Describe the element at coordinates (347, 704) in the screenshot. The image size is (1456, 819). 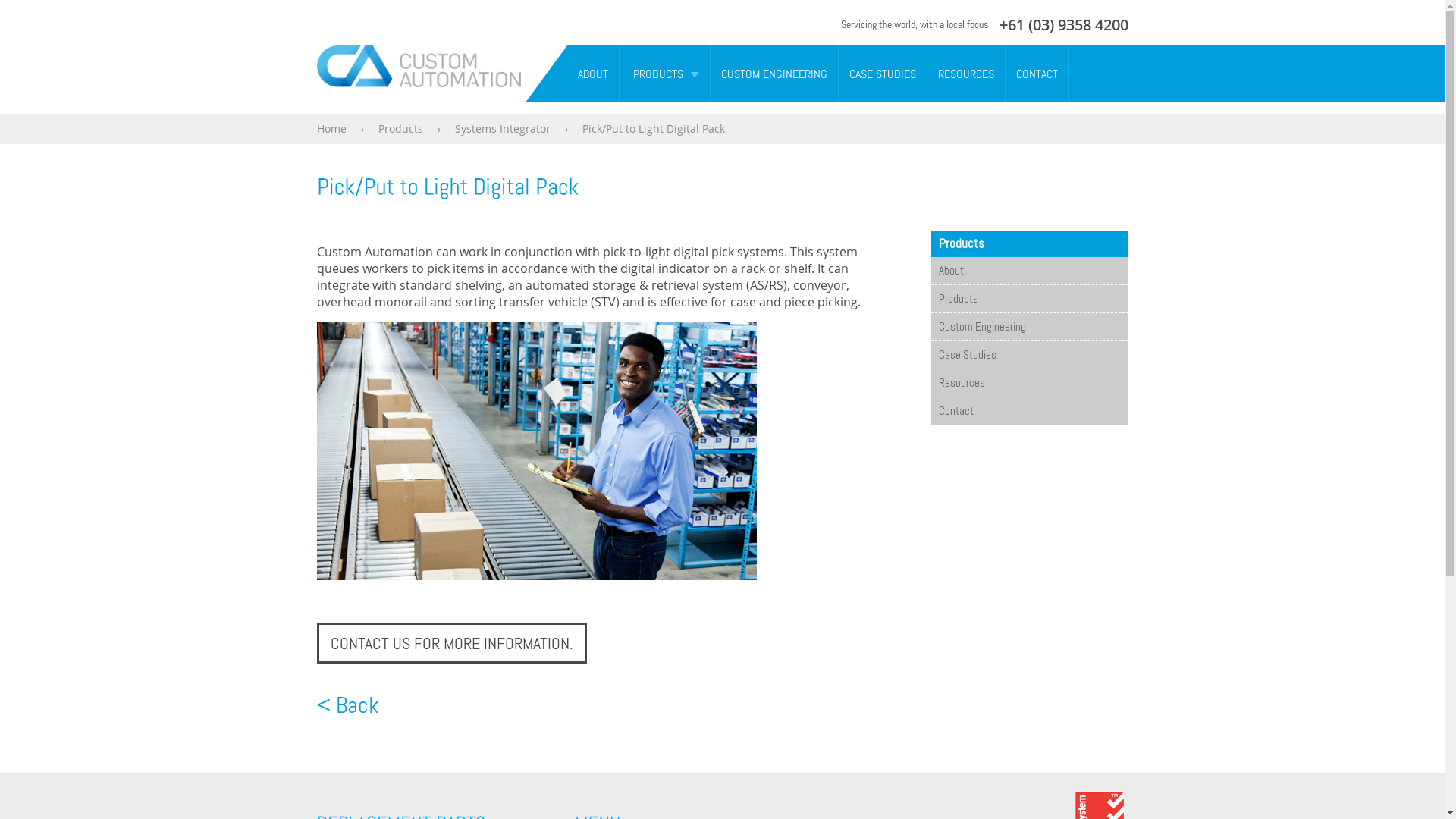
I see `'< Back'` at that location.